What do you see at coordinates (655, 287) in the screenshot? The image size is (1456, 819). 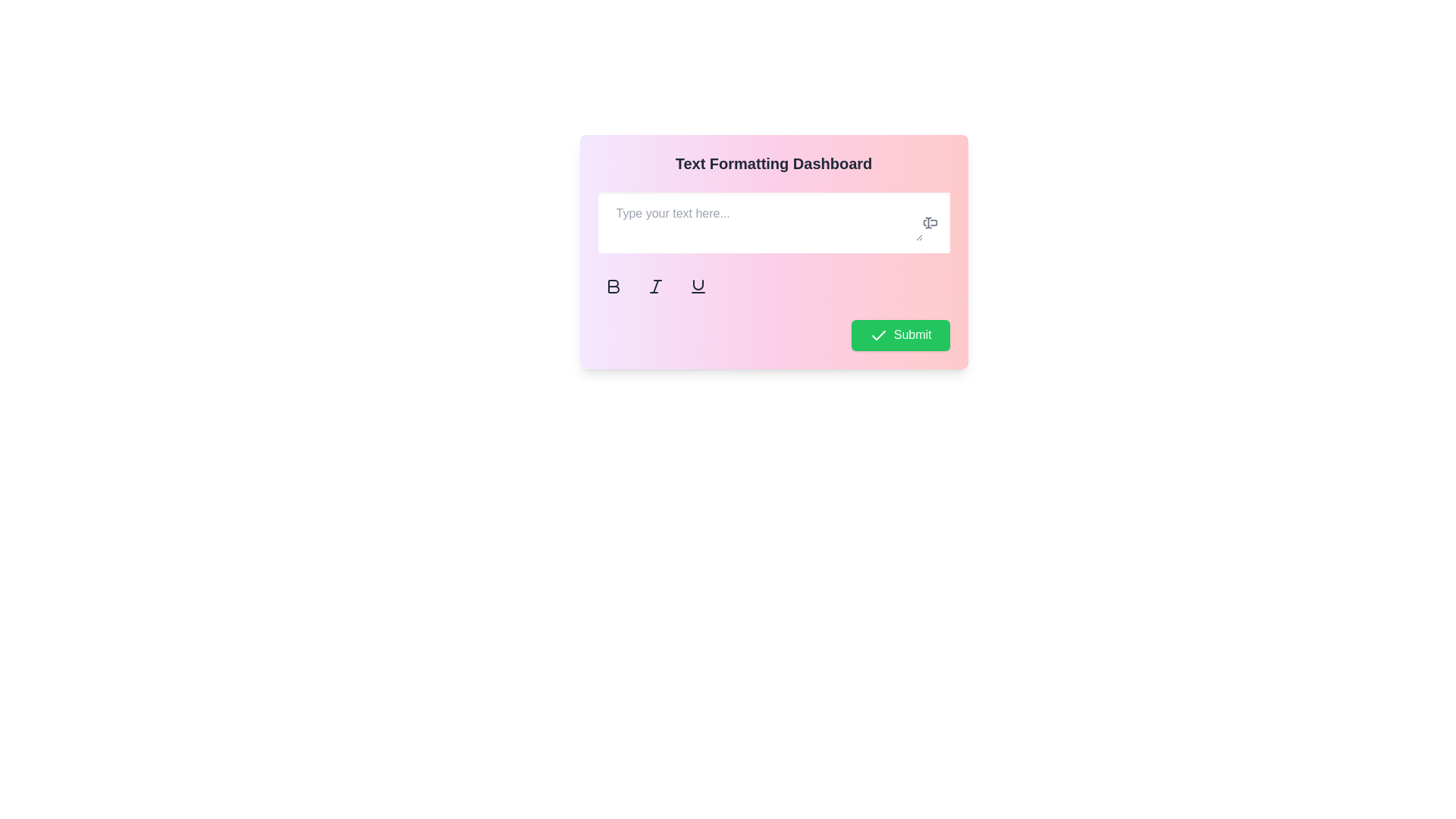 I see `the italic formatting icon located in the second row of the card, positioned between the bold and underline icons` at bounding box center [655, 287].